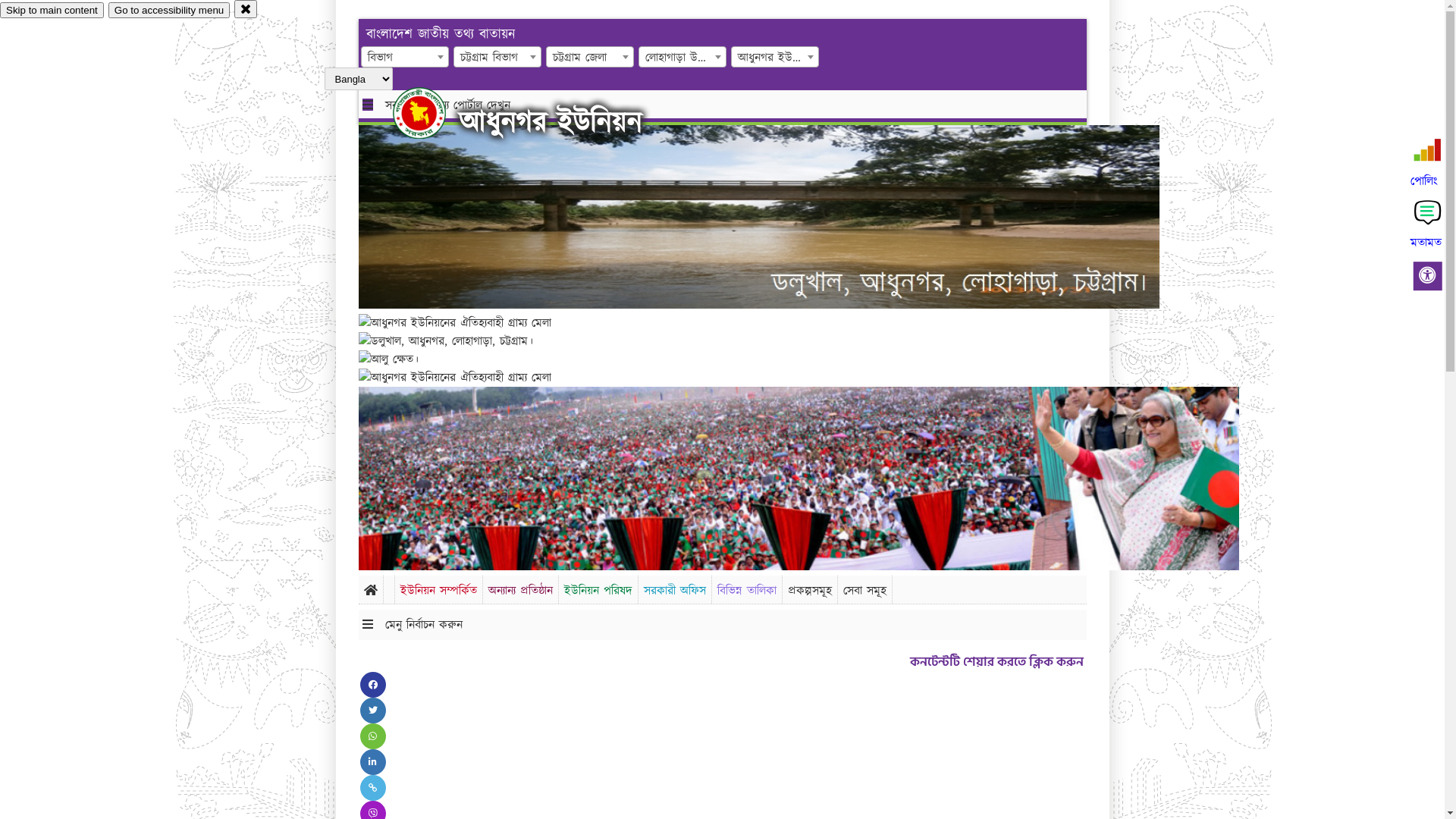  I want to click on ', so click(393, 112).